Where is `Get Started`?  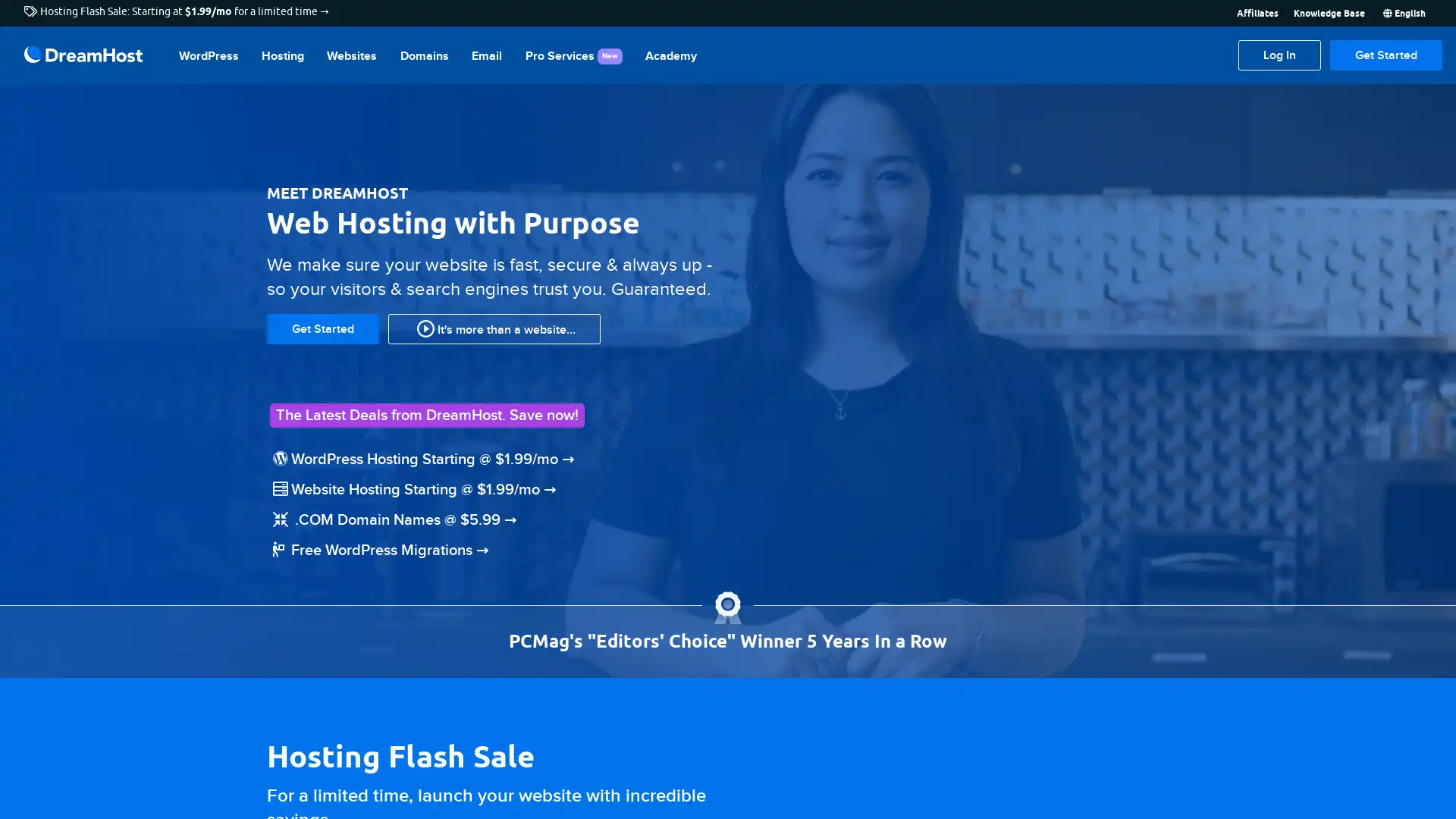
Get Started is located at coordinates (322, 327).